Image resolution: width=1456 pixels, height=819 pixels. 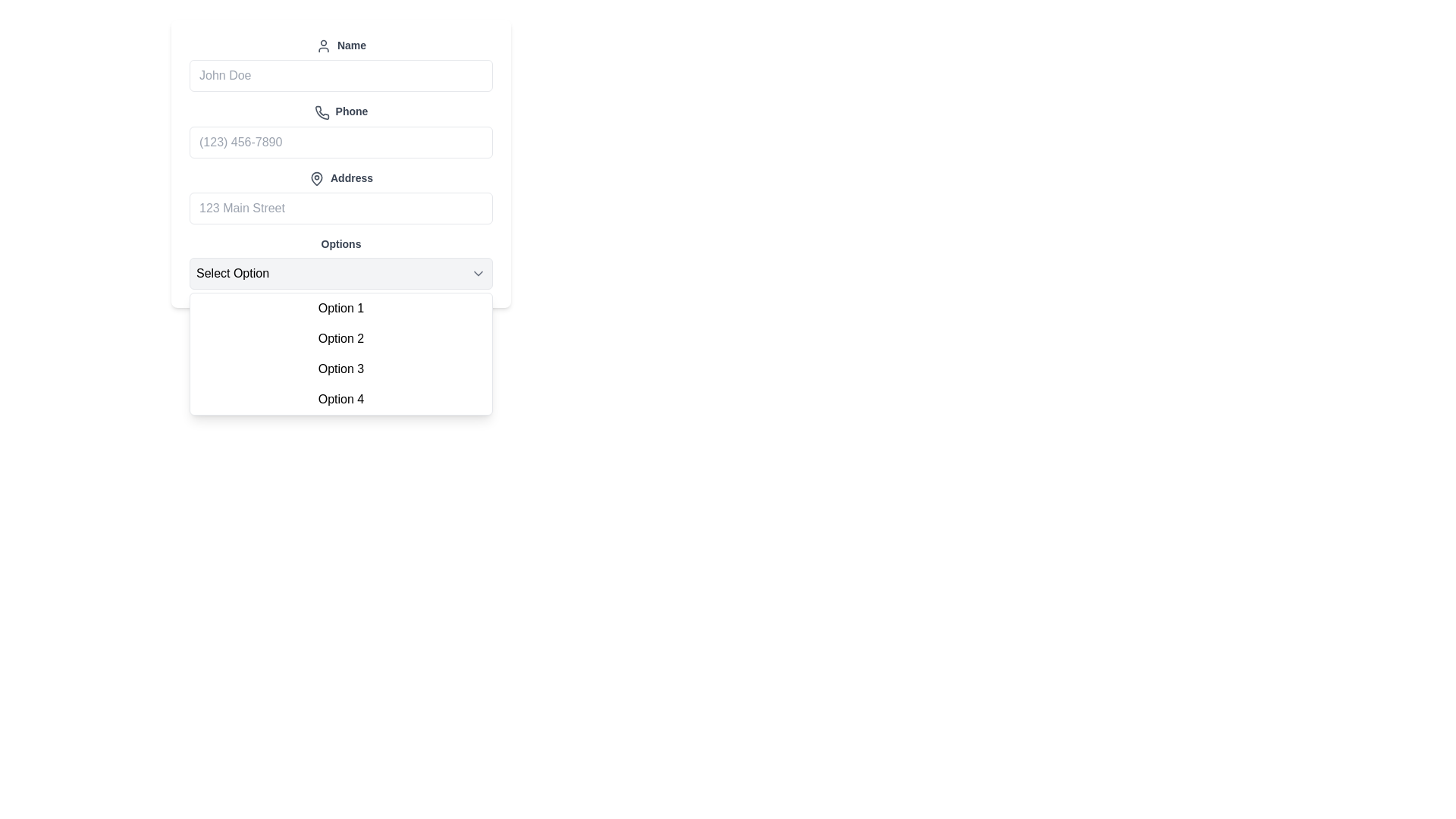 What do you see at coordinates (323, 45) in the screenshot?
I see `the user icon located to the left of the 'Name' label at the top of the form, which serves as a visual indicator for user-related information` at bounding box center [323, 45].